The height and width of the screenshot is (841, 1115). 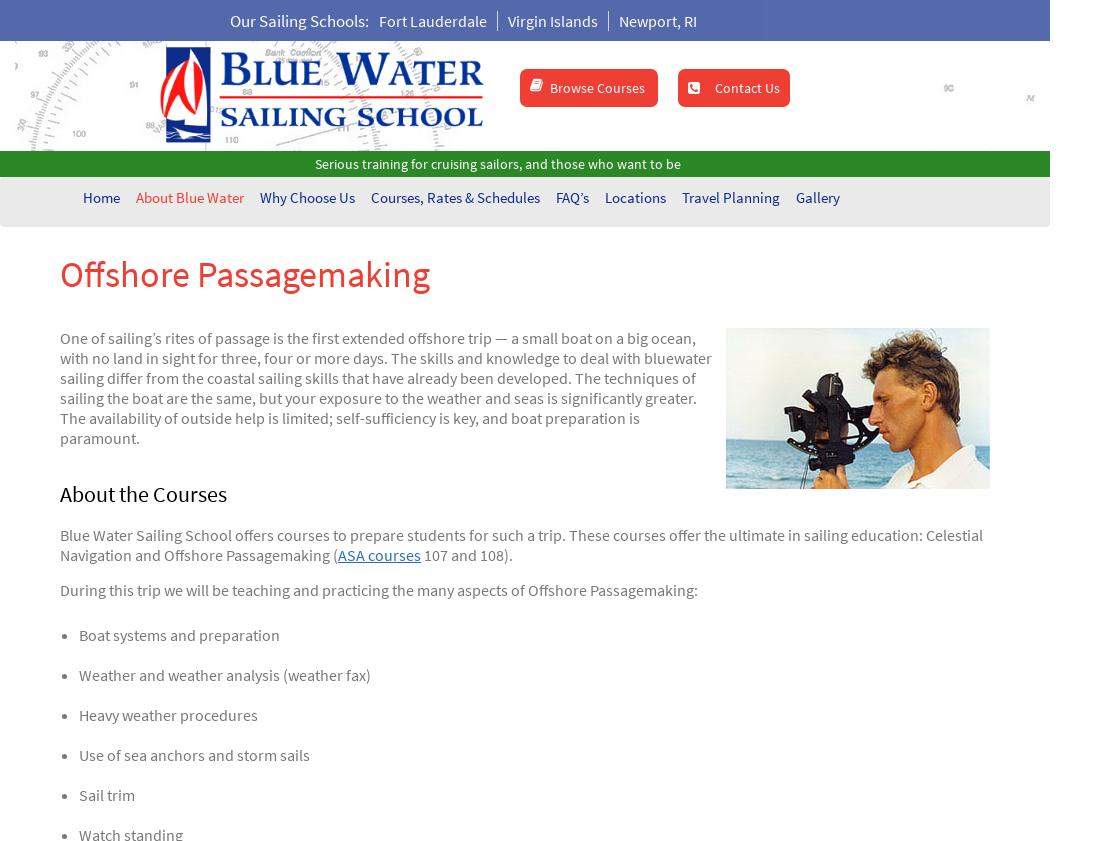 I want to click on 'Blue Water Sailing School offers courses to prepare students for such a trip. These courses offer the ultimate in sailing education: Celestial Navigation and Offshore Passagemaking (', so click(x=521, y=544).